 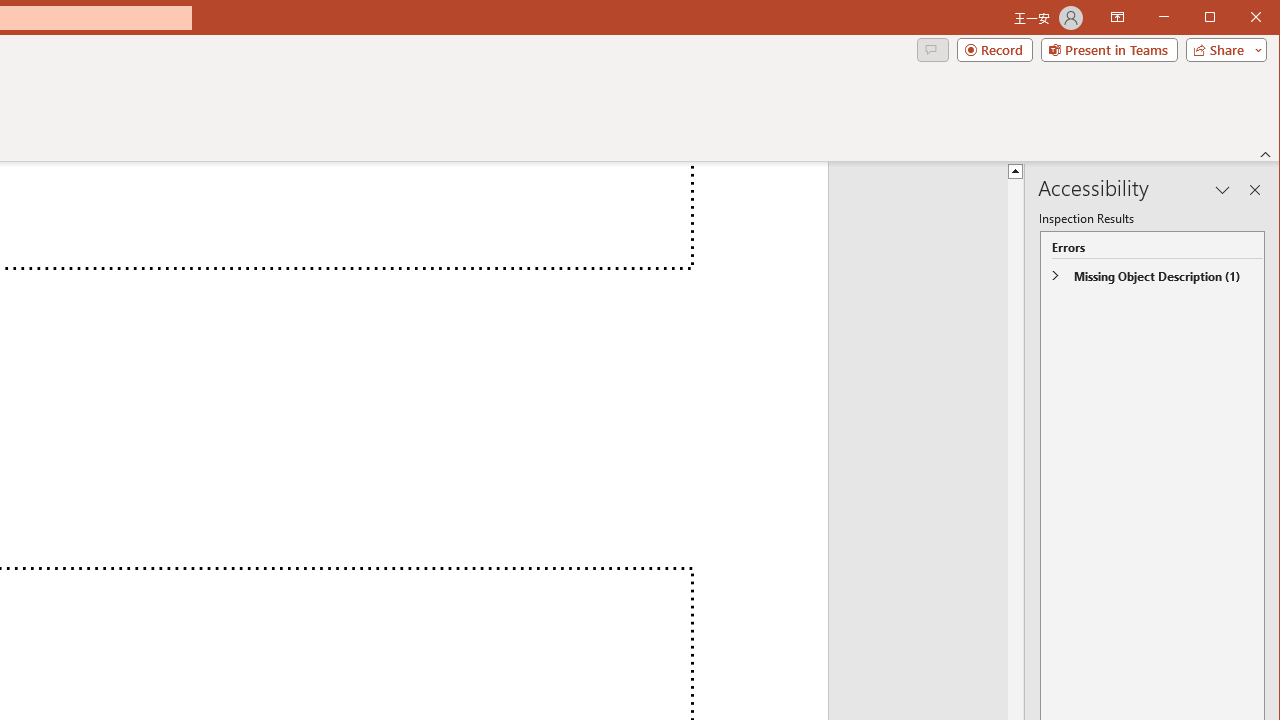 I want to click on 'Minimize', so click(x=1215, y=19).